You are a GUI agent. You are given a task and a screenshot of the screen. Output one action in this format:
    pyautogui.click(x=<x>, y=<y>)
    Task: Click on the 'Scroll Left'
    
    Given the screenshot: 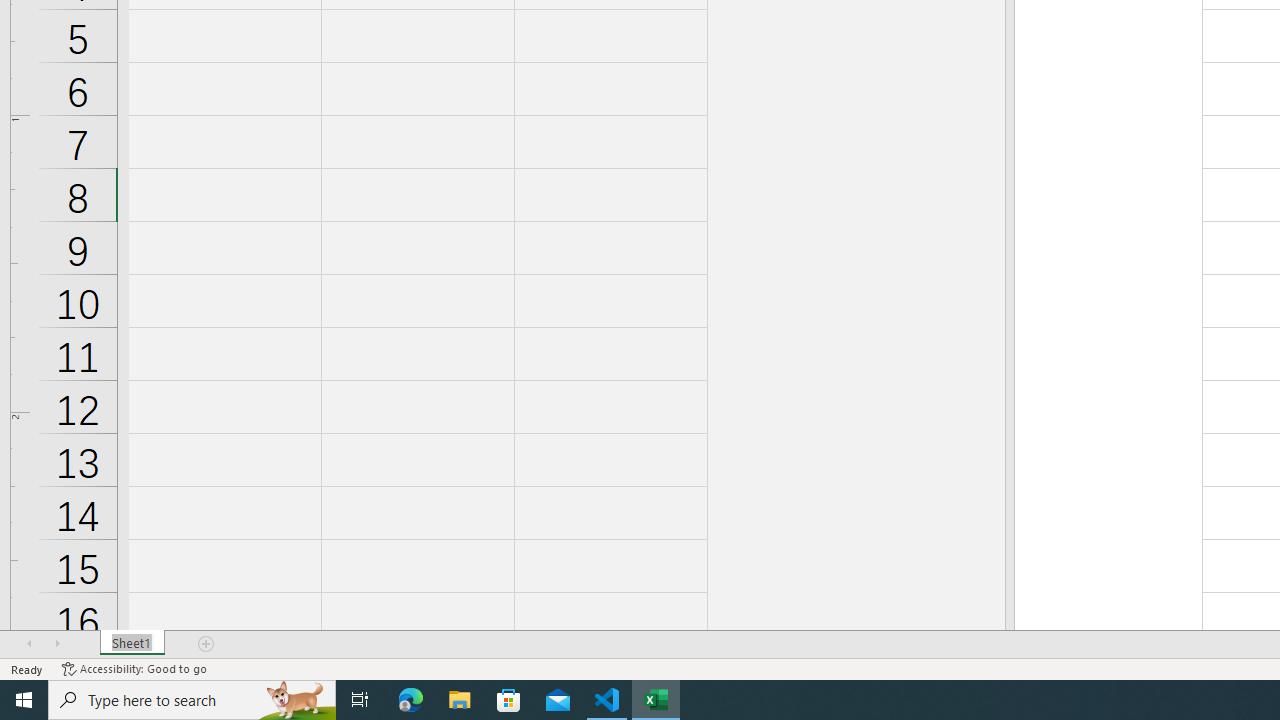 What is the action you would take?
    pyautogui.click(x=29, y=644)
    